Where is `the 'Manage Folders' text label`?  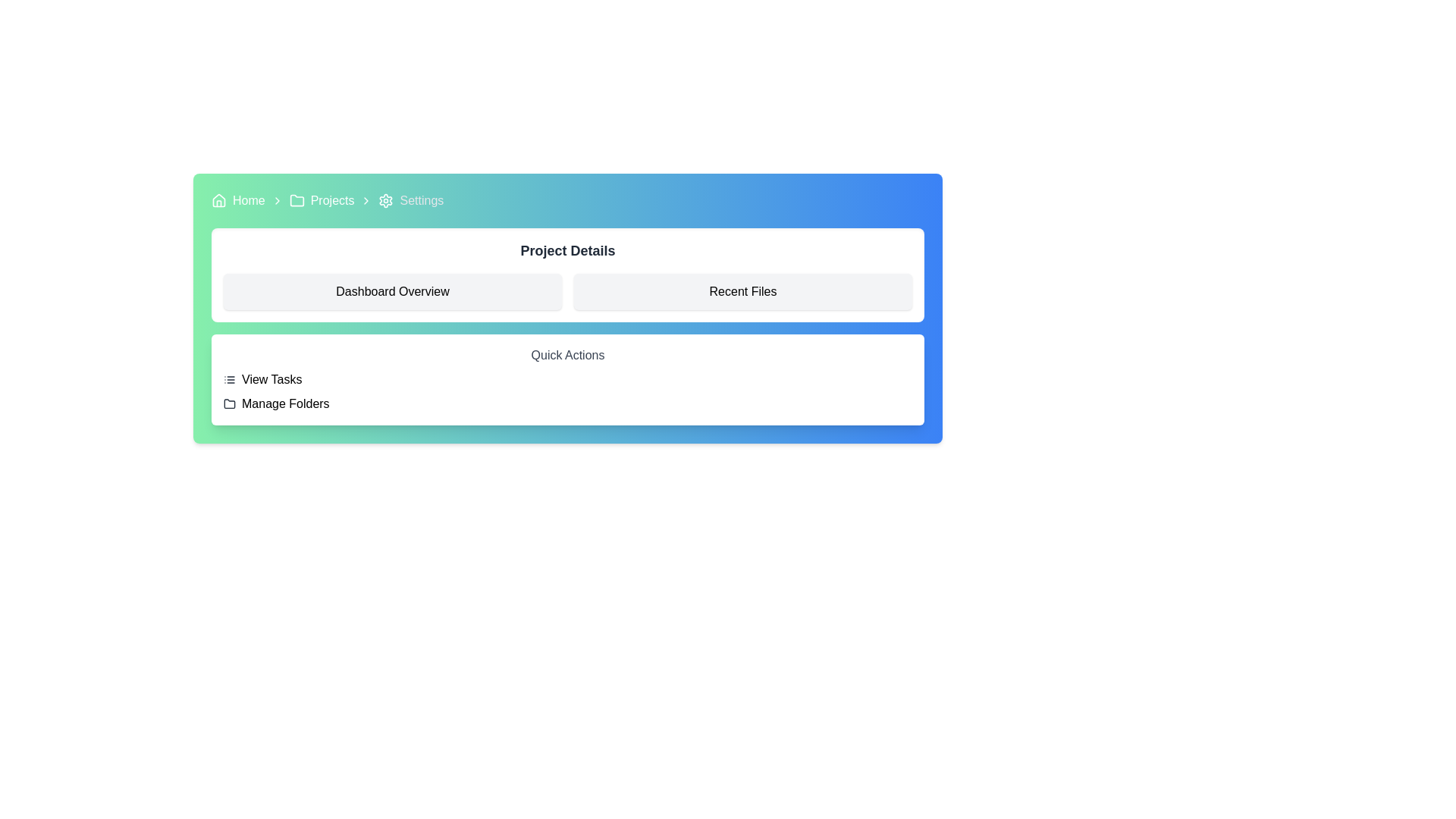 the 'Manage Folders' text label is located at coordinates (285, 403).